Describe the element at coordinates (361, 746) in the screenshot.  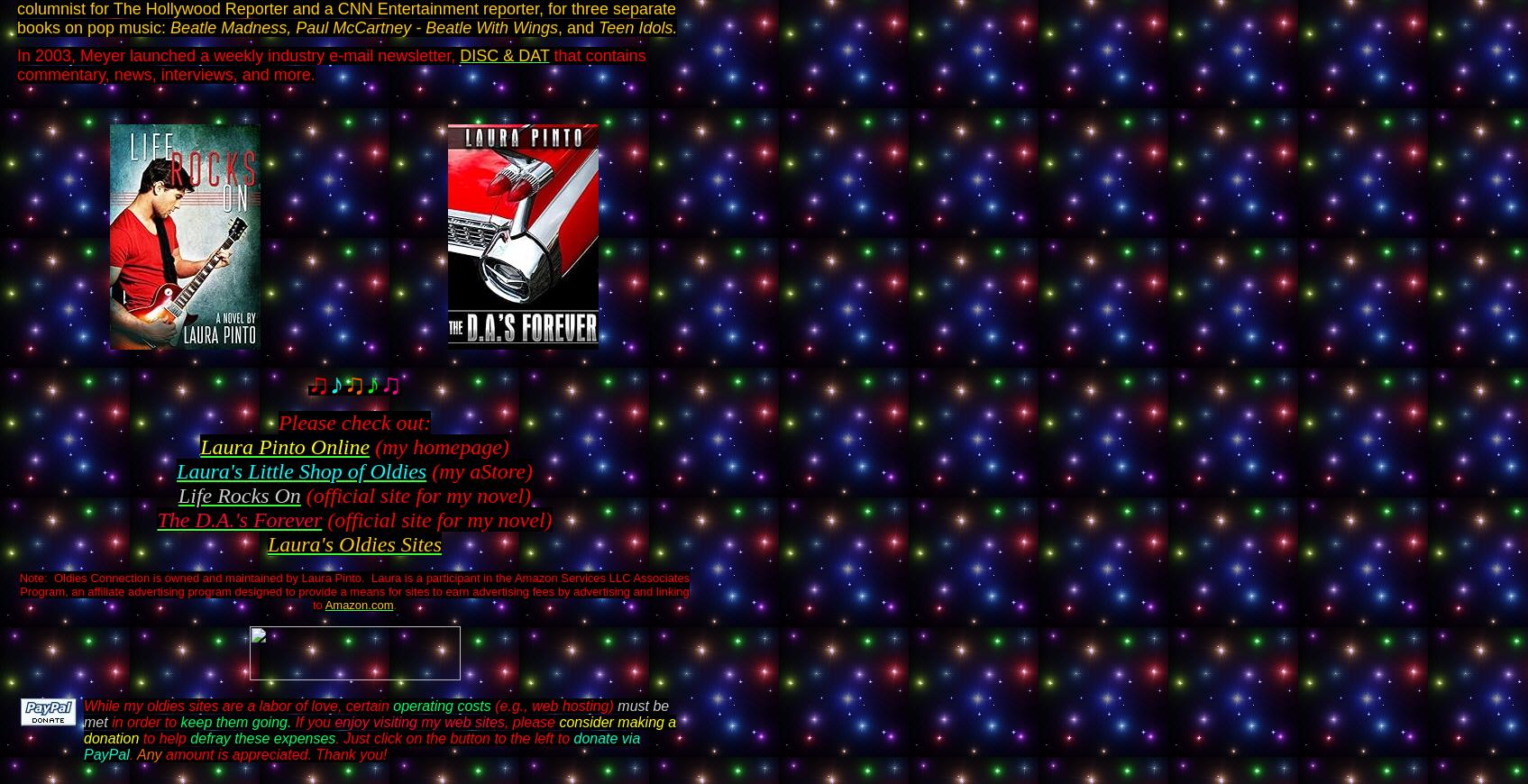
I see `'donate via PayPal'` at that location.